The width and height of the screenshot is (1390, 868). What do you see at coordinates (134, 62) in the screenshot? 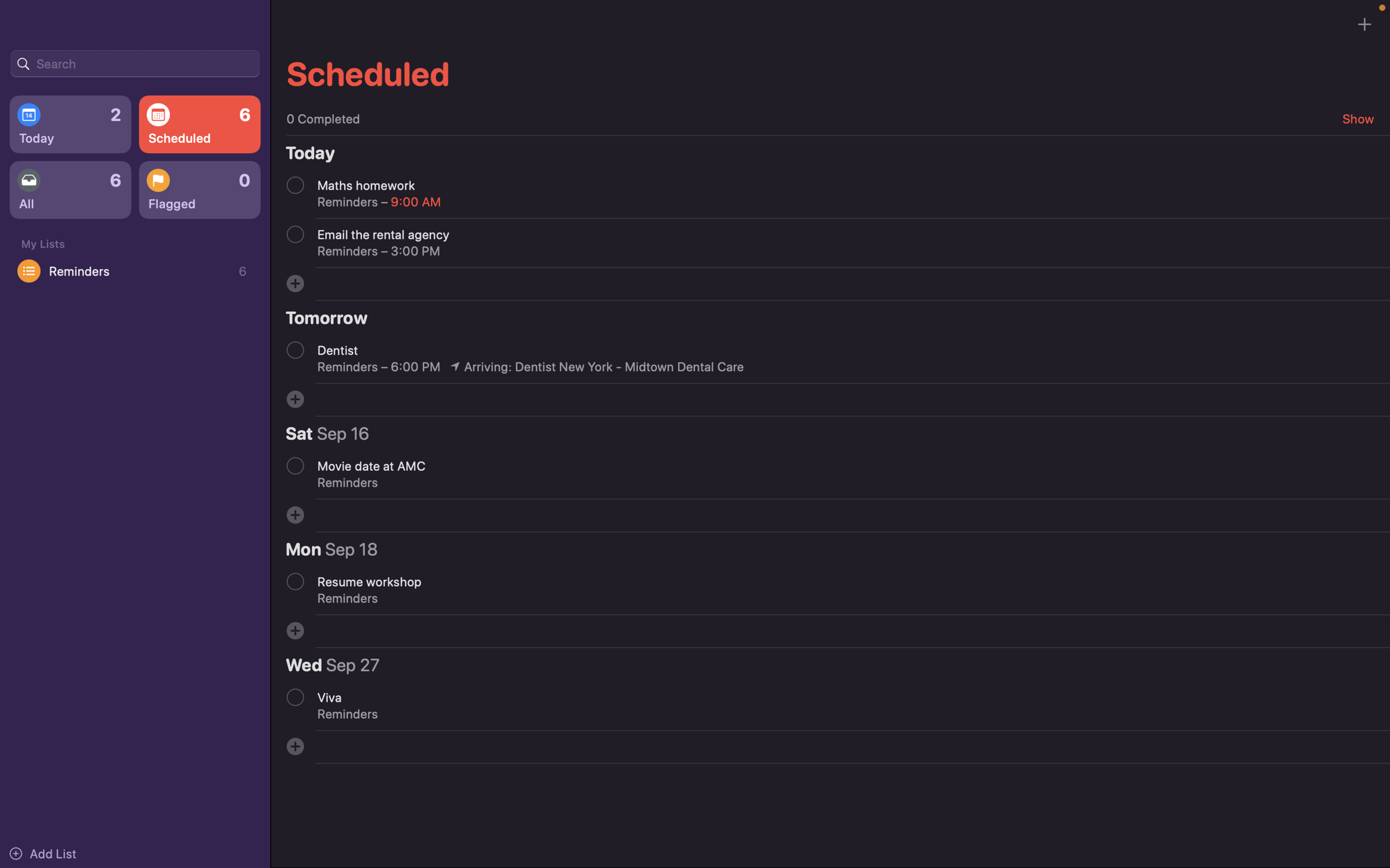
I see `Search for occurrences related to a holiday` at bounding box center [134, 62].